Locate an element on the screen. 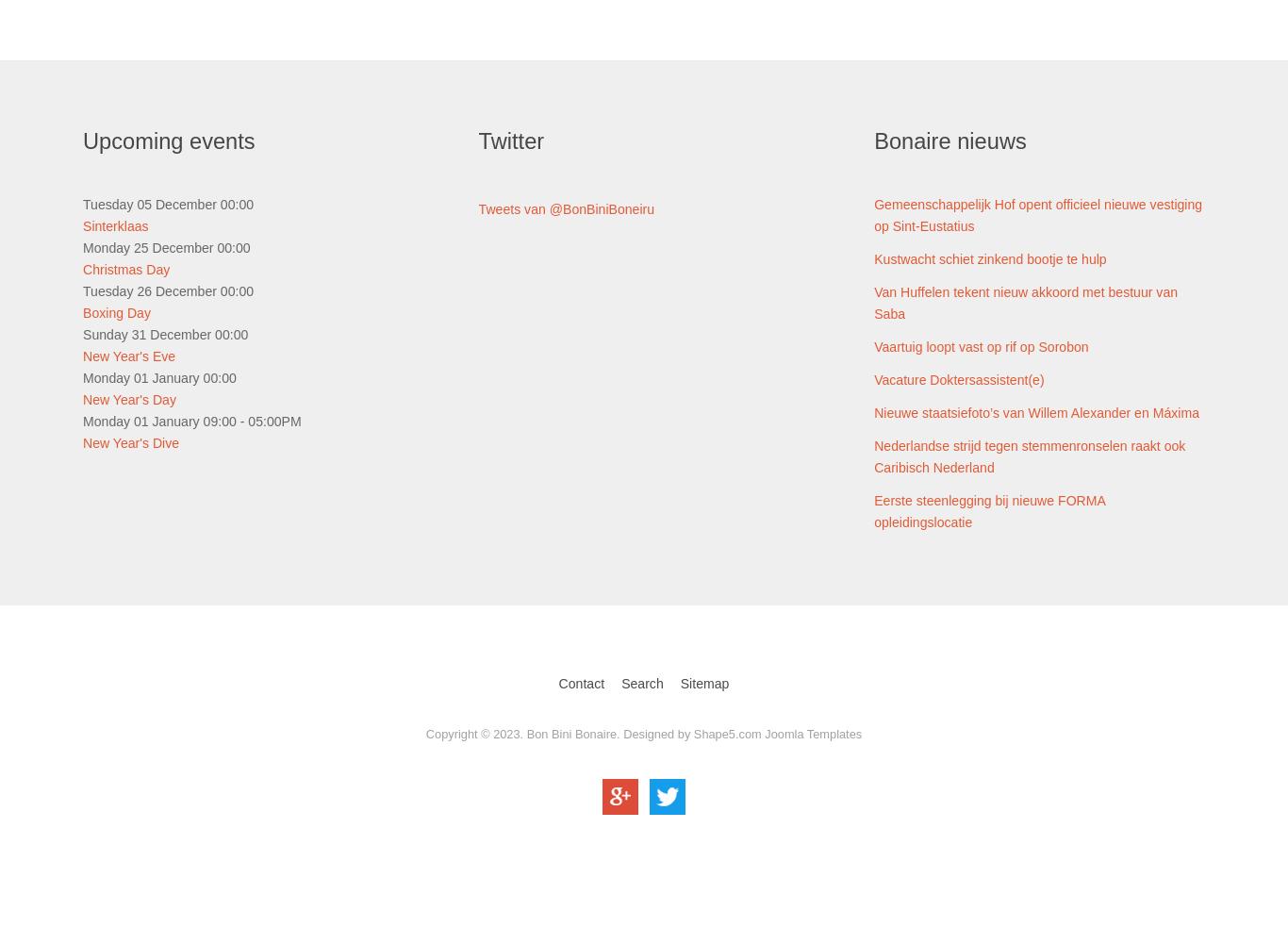  'Monday 01 January 00:00' is located at coordinates (157, 375).